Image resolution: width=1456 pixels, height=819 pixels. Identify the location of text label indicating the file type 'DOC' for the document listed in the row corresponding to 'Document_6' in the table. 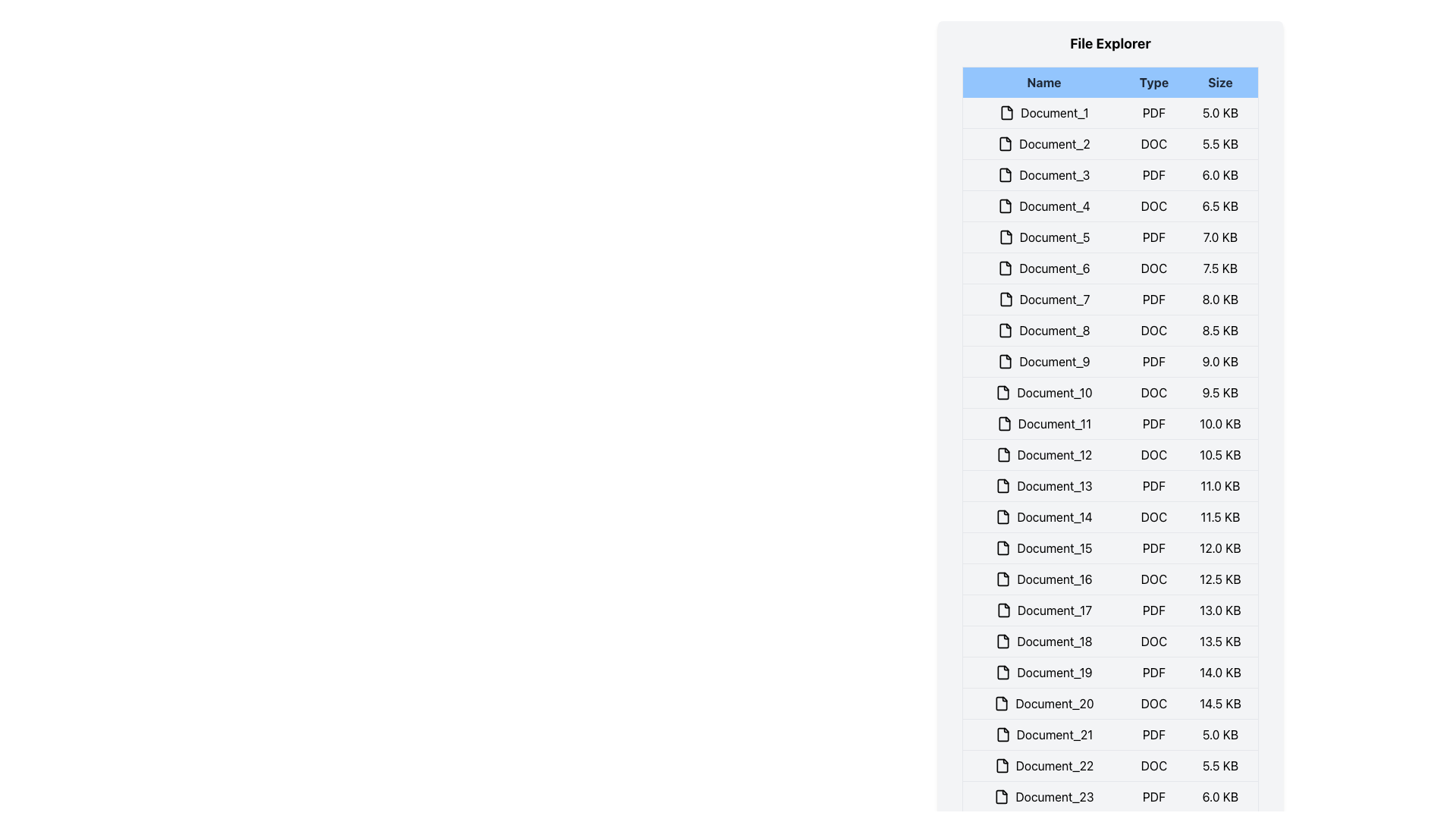
(1153, 268).